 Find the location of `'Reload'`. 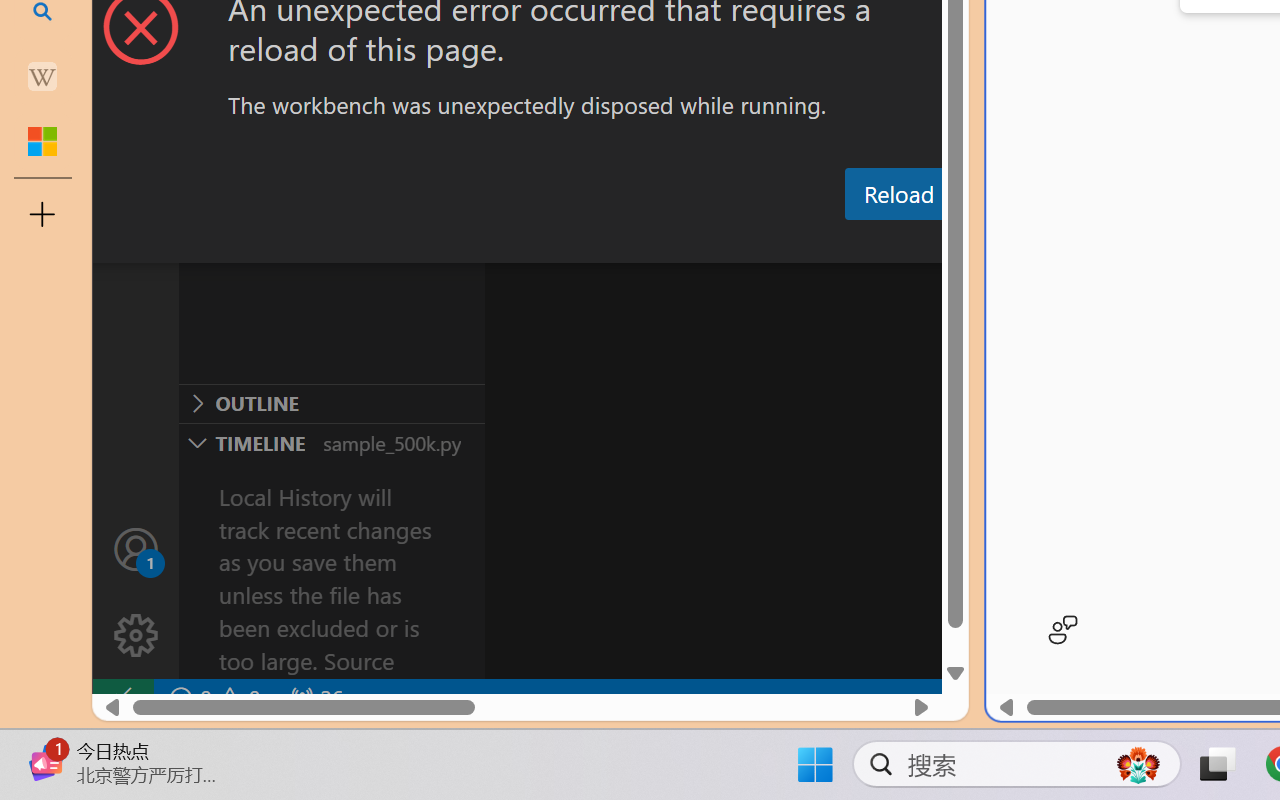

'Reload' is located at coordinates (897, 192).